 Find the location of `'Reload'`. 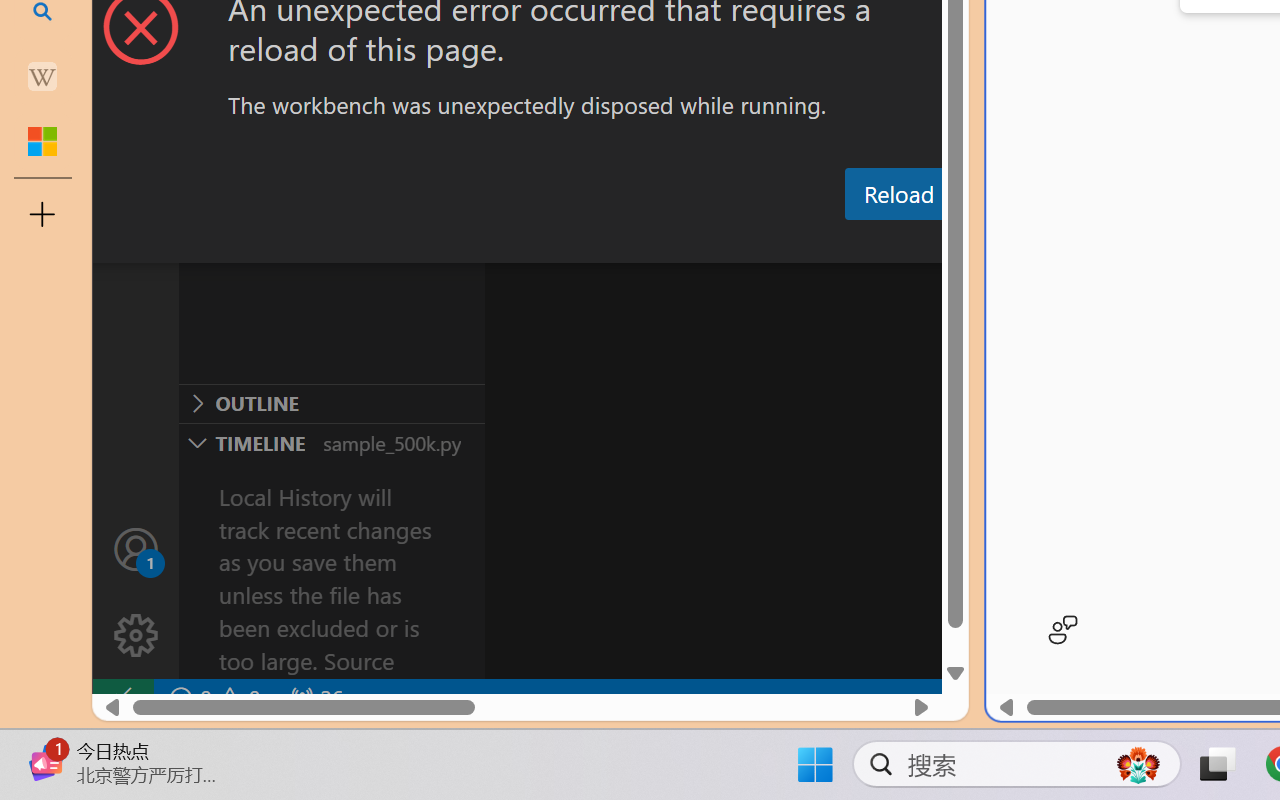

'Reload' is located at coordinates (897, 192).